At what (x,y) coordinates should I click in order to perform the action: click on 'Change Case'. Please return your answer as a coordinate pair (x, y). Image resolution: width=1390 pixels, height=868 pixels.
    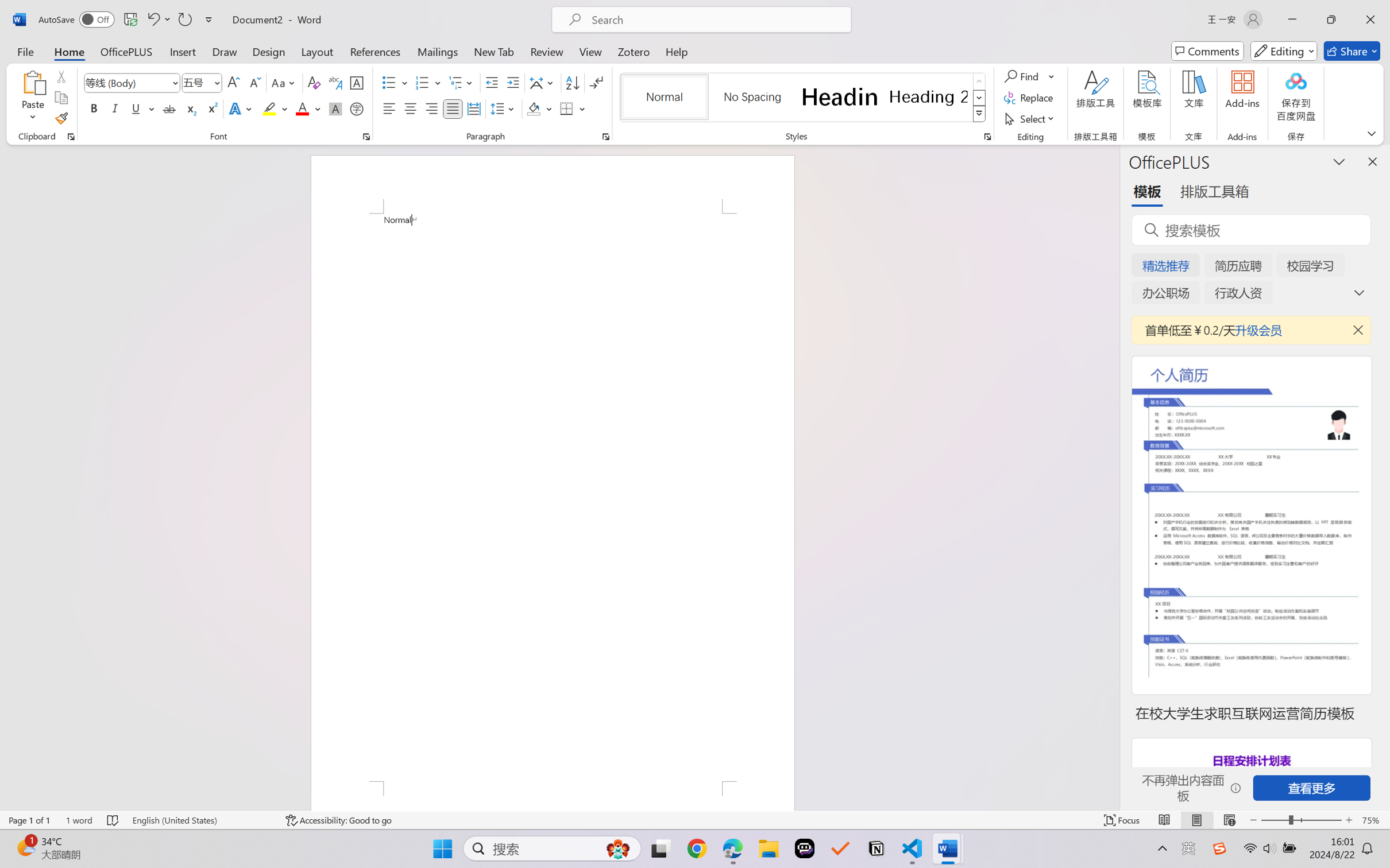
    Looking at the image, I should click on (283, 83).